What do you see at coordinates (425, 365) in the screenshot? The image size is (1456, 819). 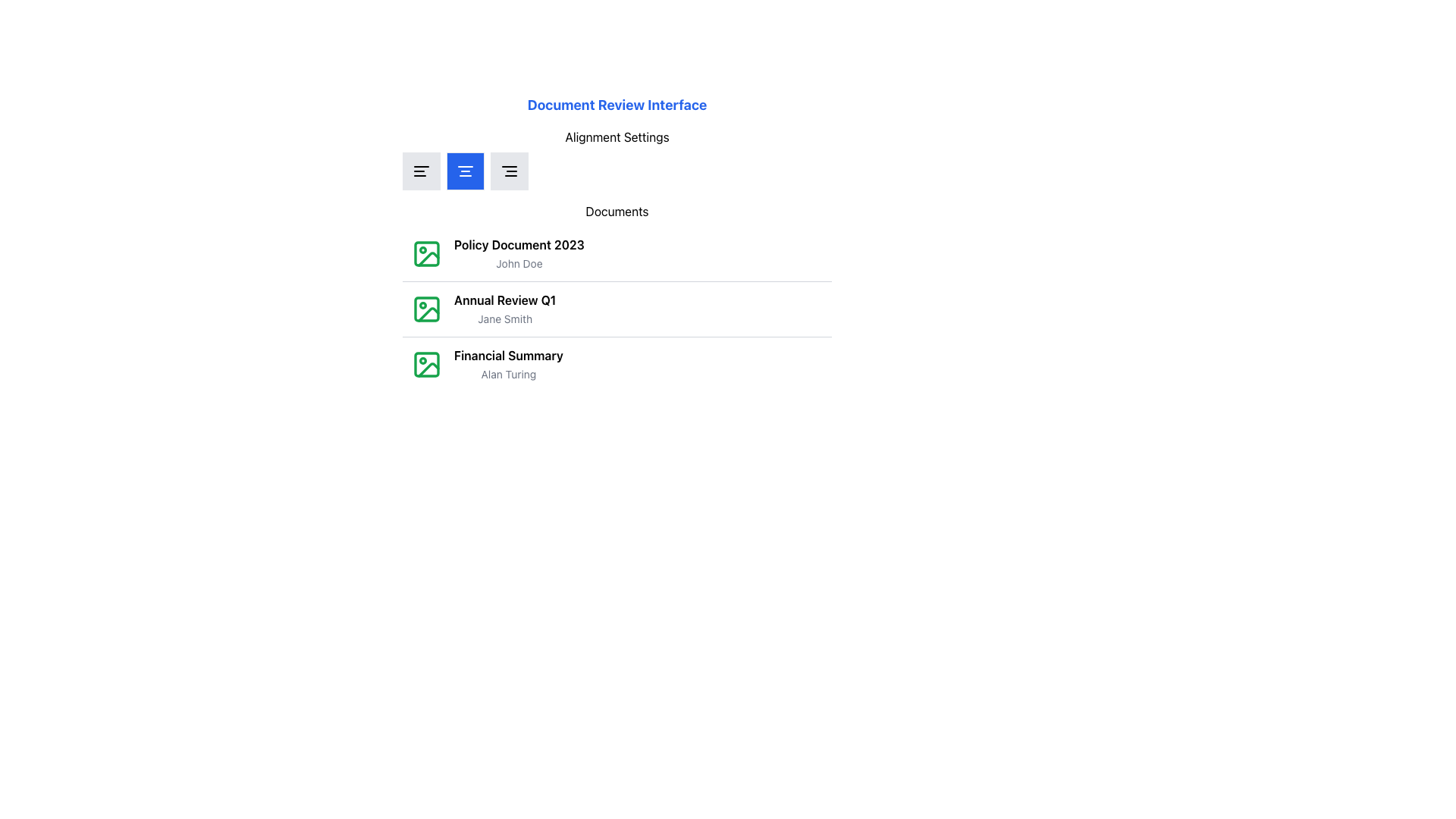 I see `the green icon located to the left of the text 'Financial Summary' and 'Alan Turing'` at bounding box center [425, 365].